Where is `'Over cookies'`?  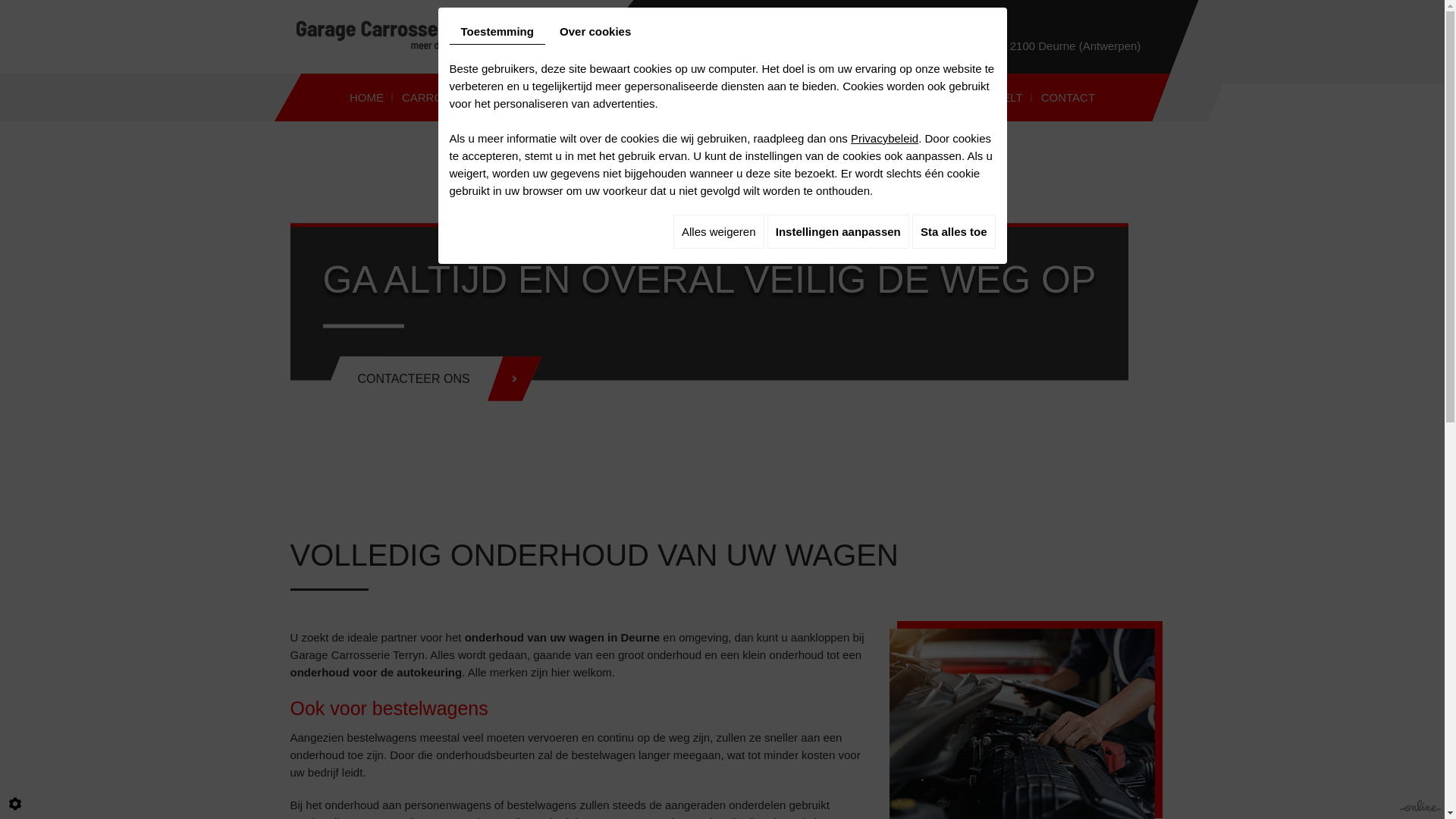
'Over cookies' is located at coordinates (595, 31).